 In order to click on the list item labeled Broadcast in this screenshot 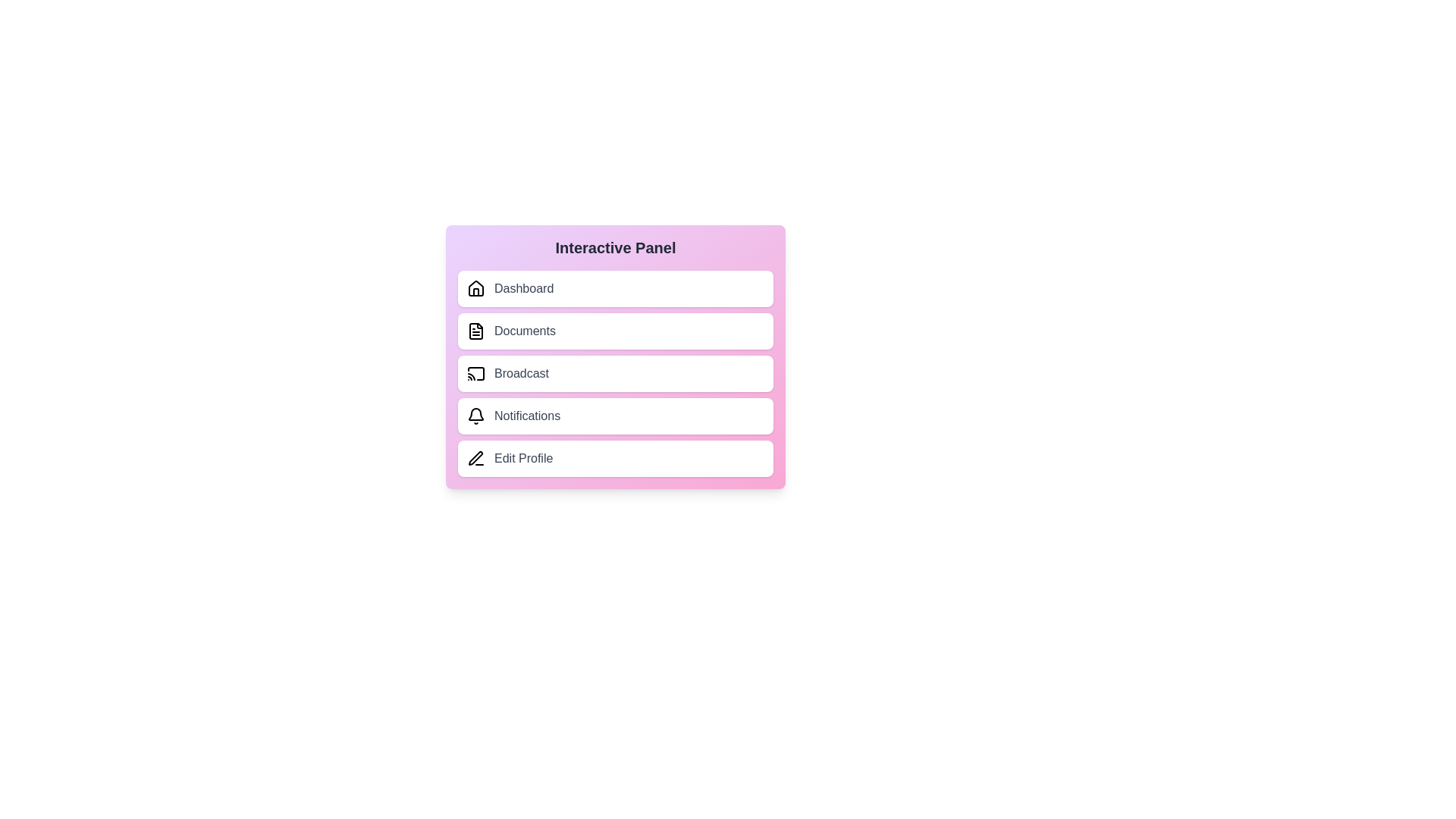, I will do `click(615, 374)`.